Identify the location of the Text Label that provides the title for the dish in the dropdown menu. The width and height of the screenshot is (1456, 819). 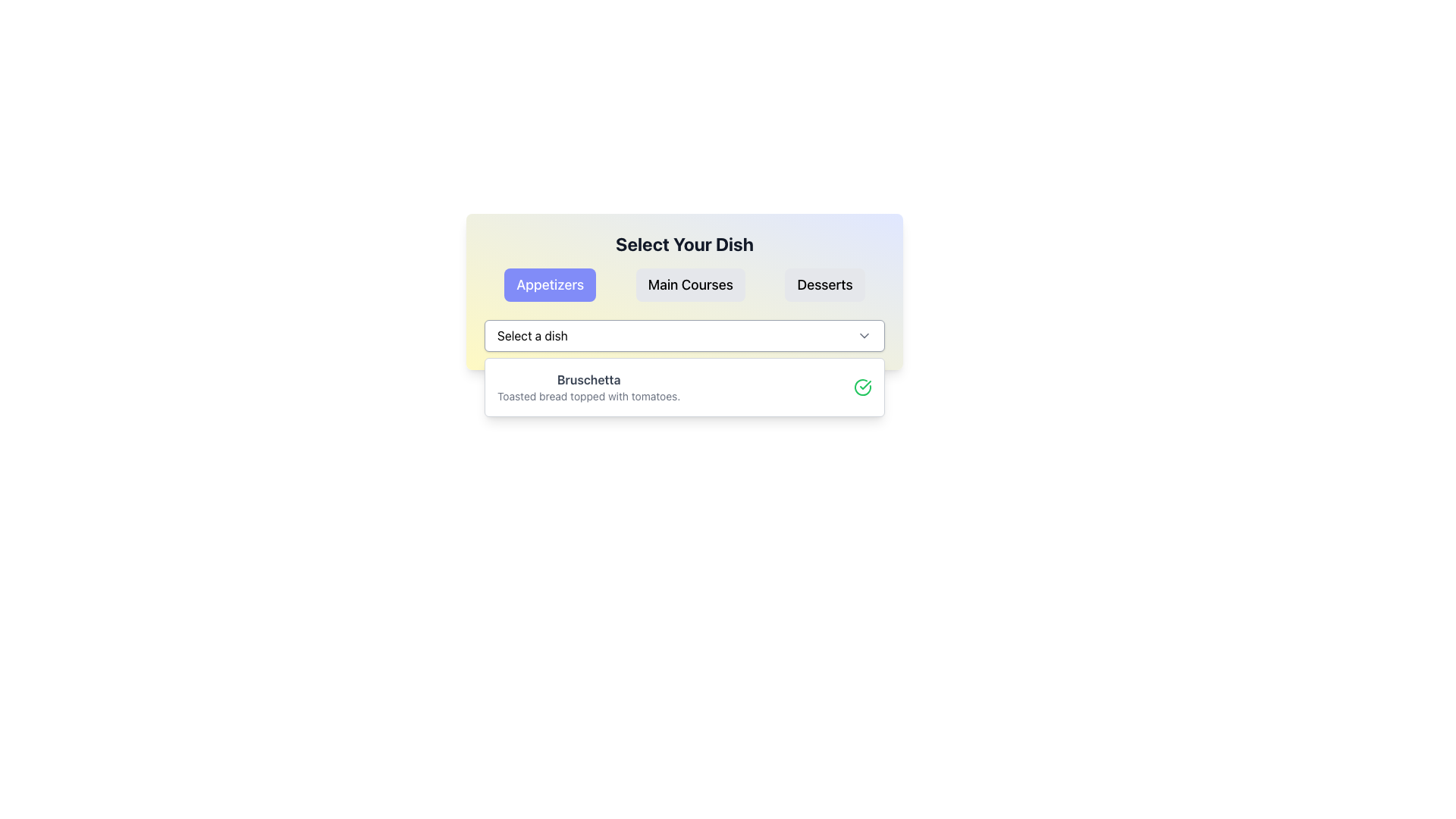
(588, 379).